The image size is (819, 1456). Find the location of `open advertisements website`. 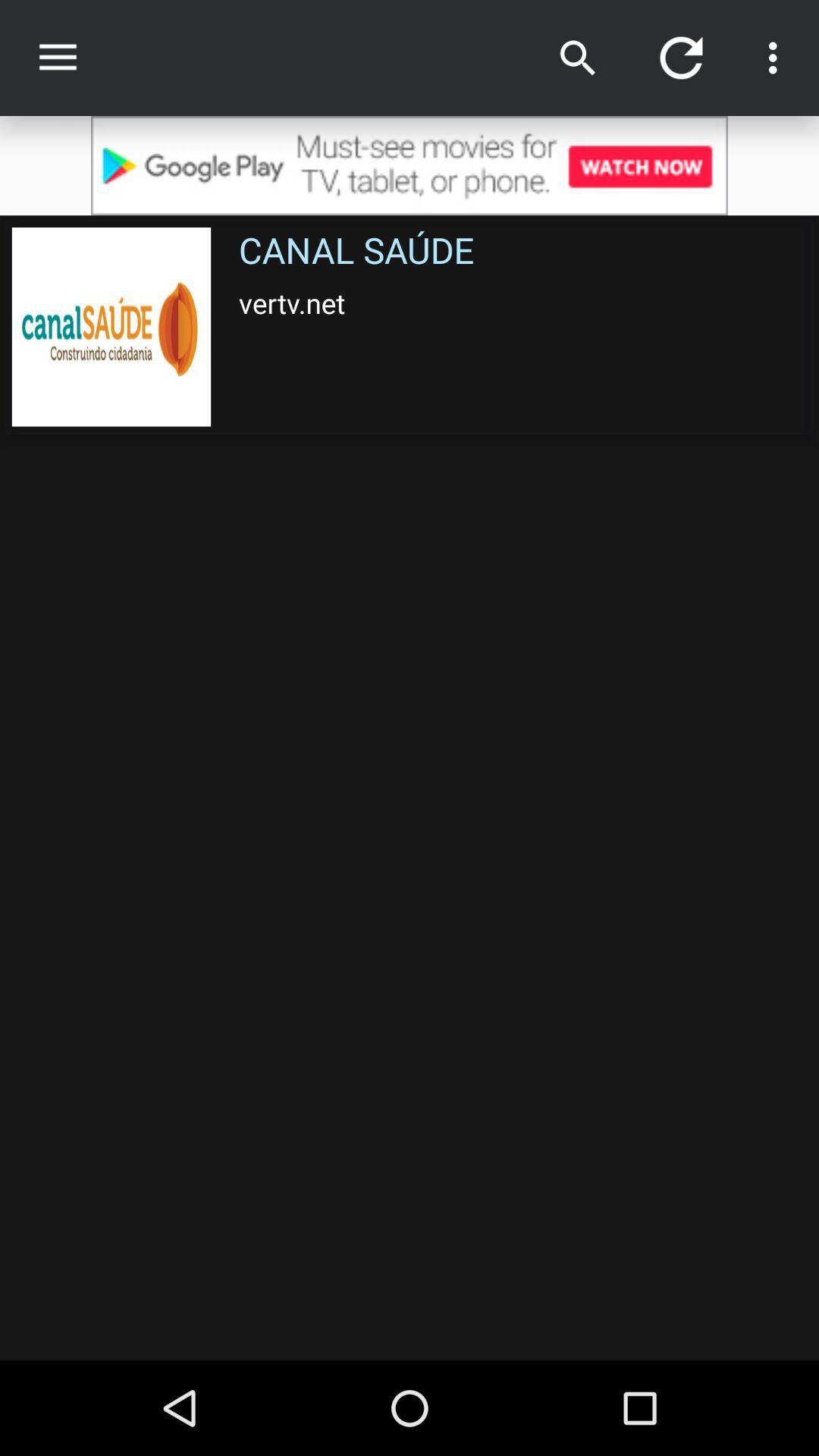

open advertisements website is located at coordinates (409, 165).